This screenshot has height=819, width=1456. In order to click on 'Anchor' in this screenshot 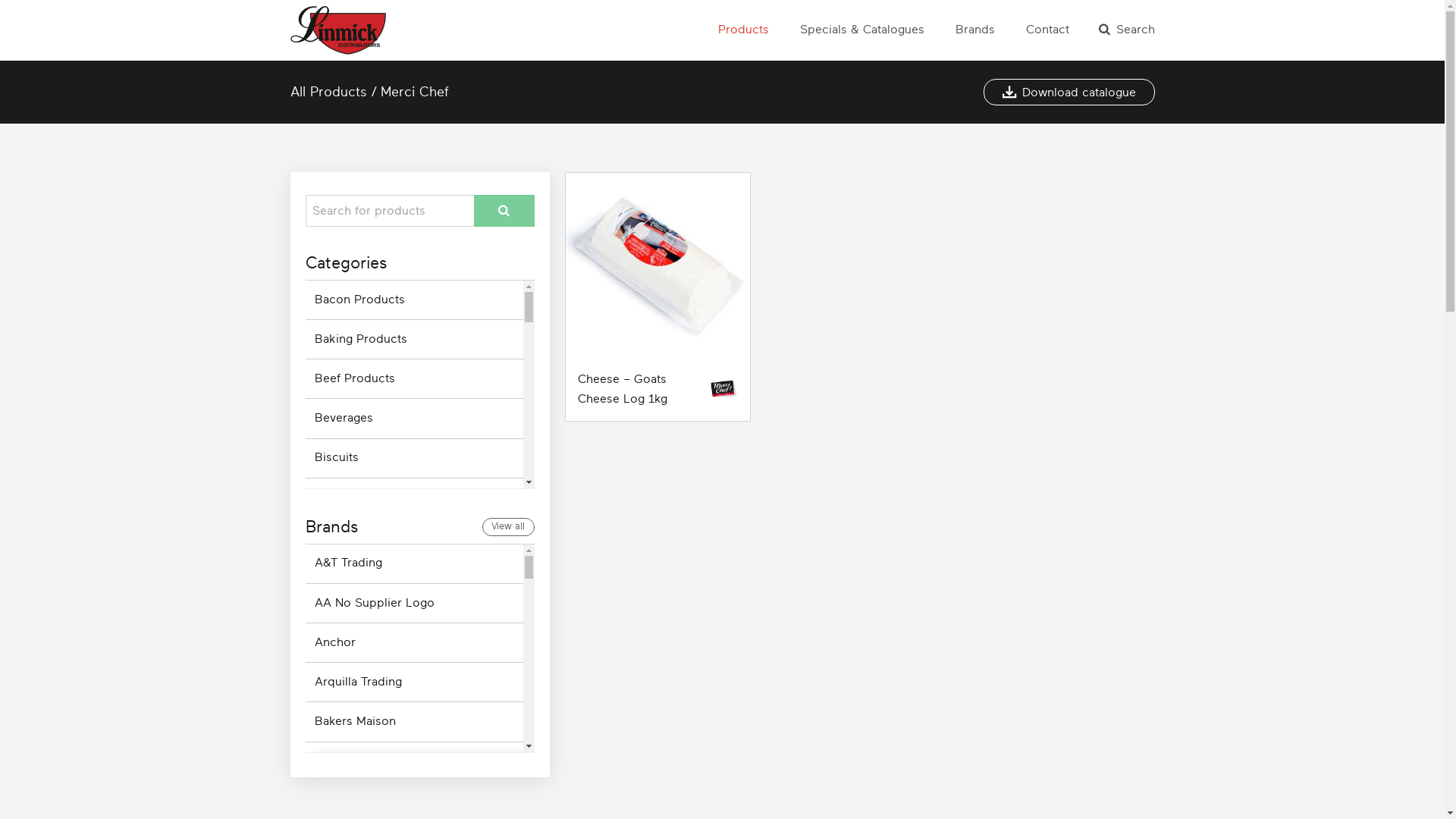, I will do `click(413, 642)`.